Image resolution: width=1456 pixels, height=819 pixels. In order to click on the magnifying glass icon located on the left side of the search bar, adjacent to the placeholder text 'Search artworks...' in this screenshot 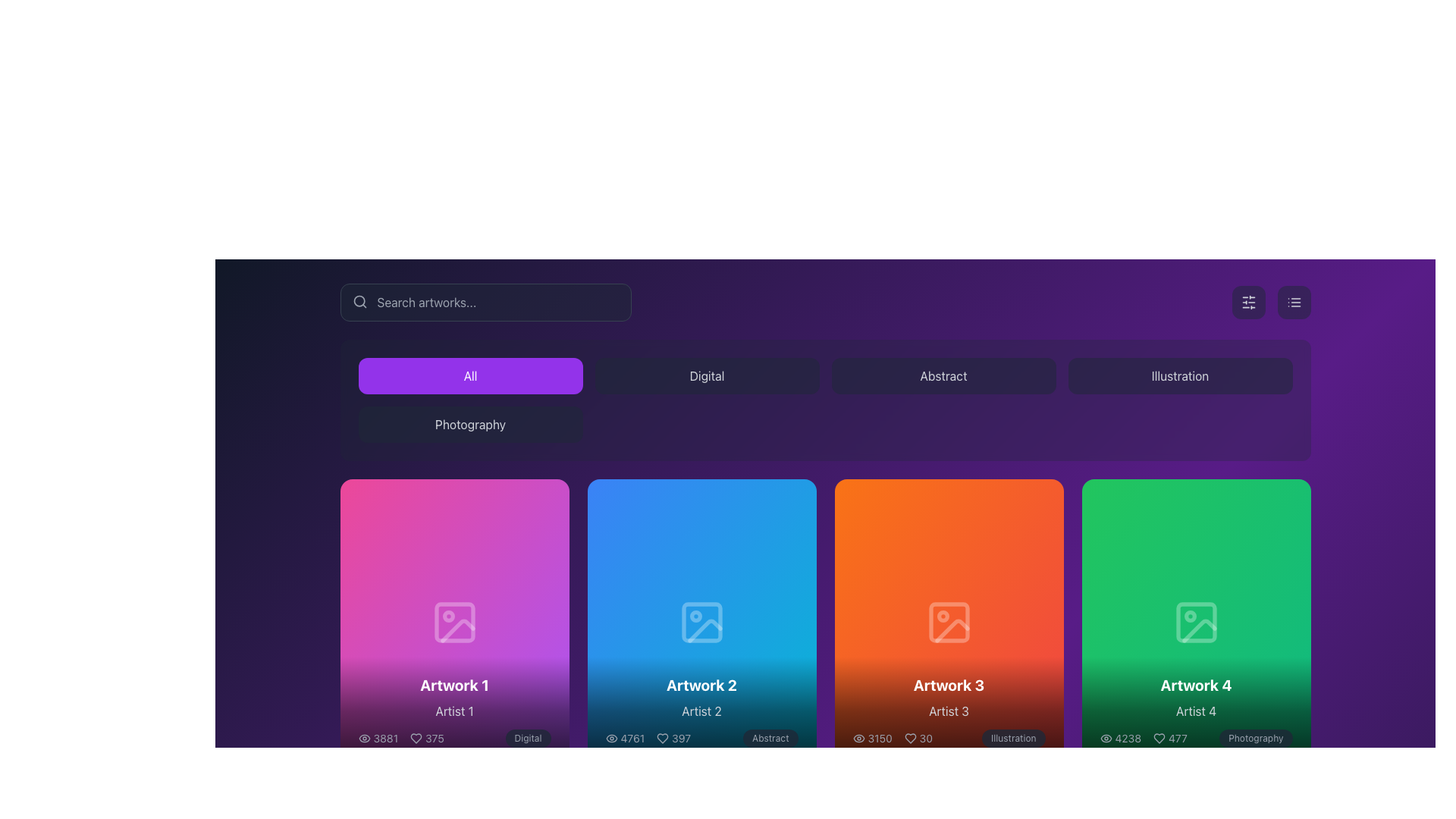, I will do `click(359, 301)`.